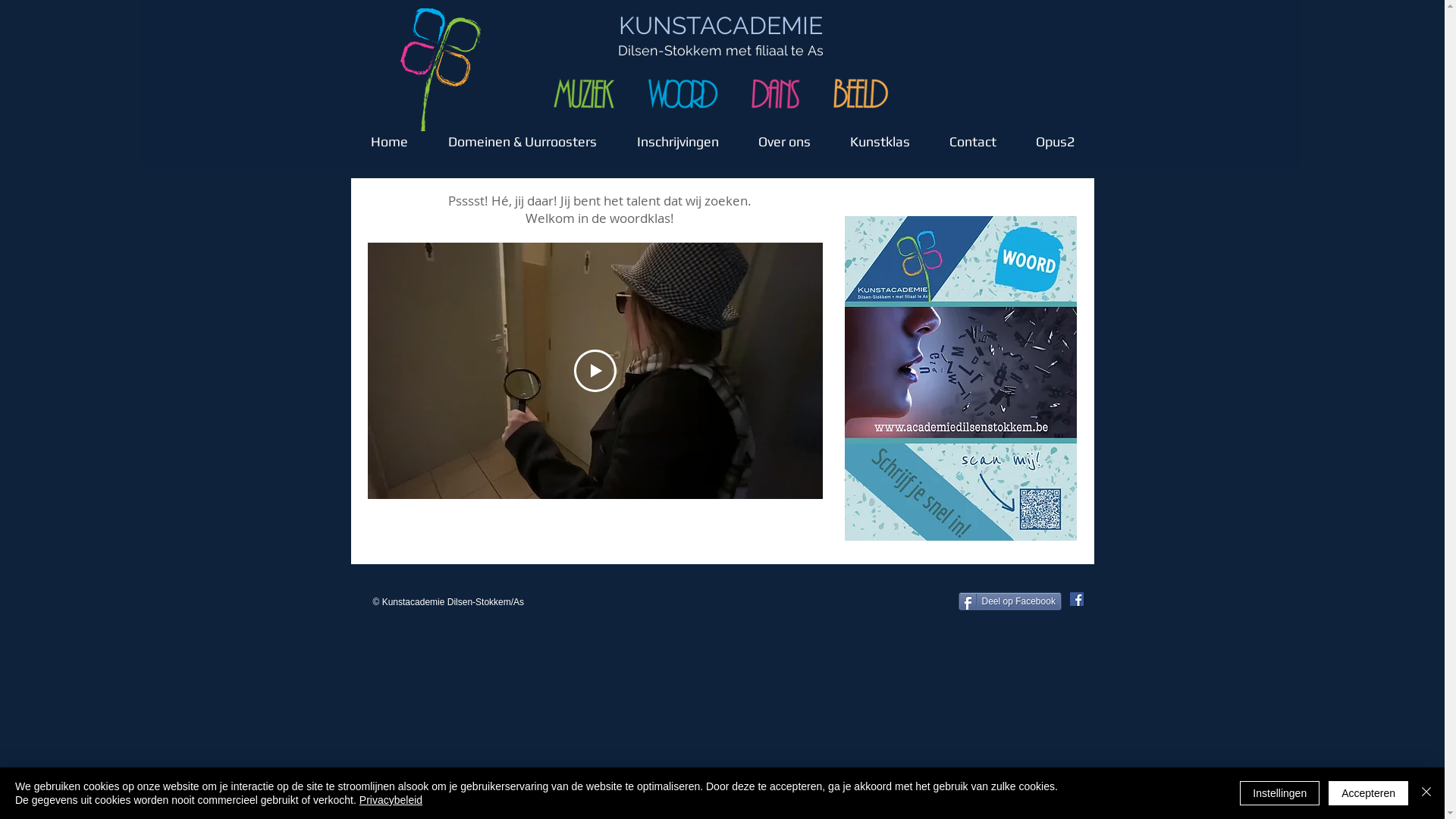 The height and width of the screenshot is (819, 1456). Describe the element at coordinates (1054, 133) in the screenshot. I see `'Opus2'` at that location.